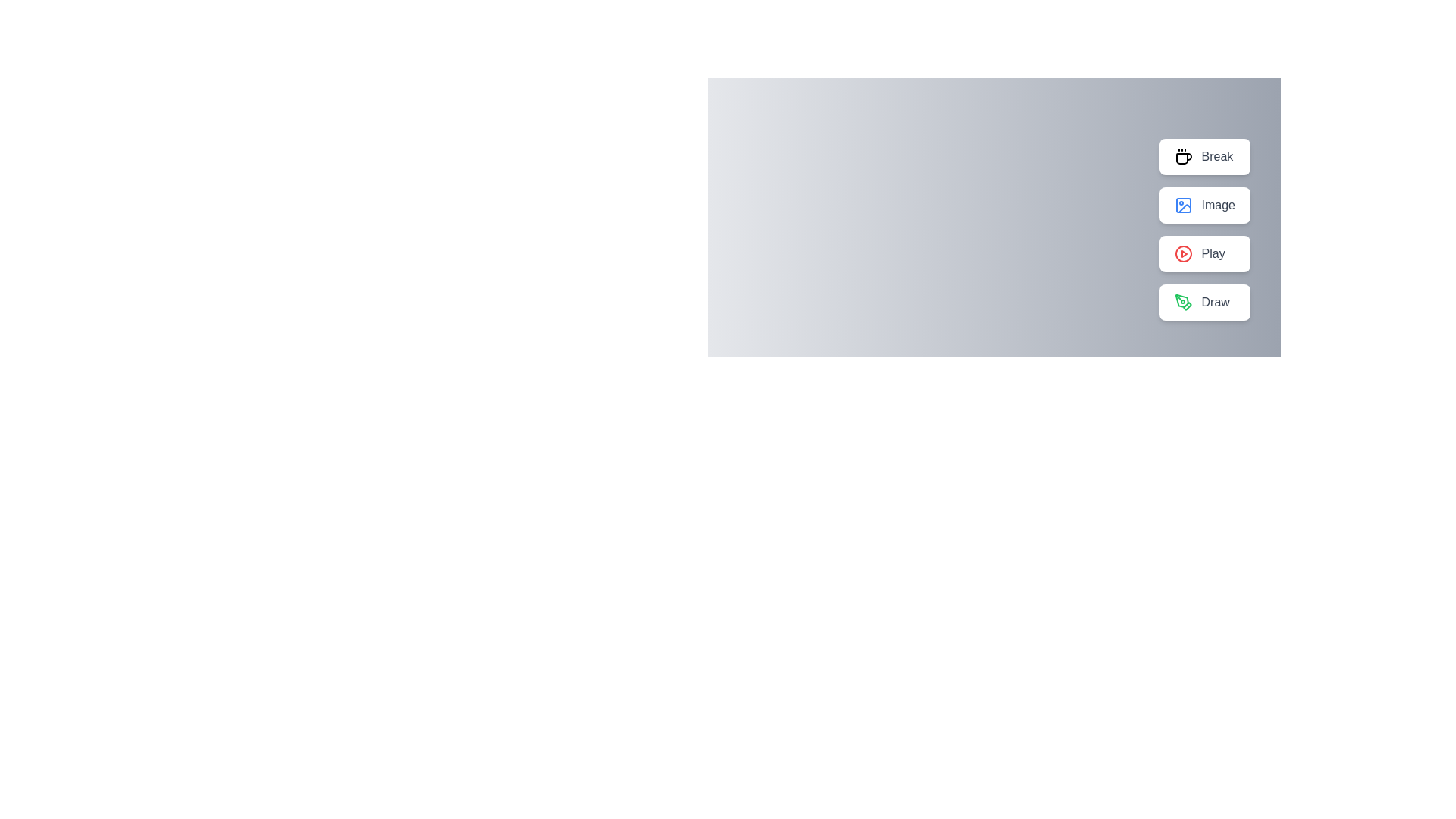  I want to click on the action button labeled Play to observe hover effects, so click(1203, 253).